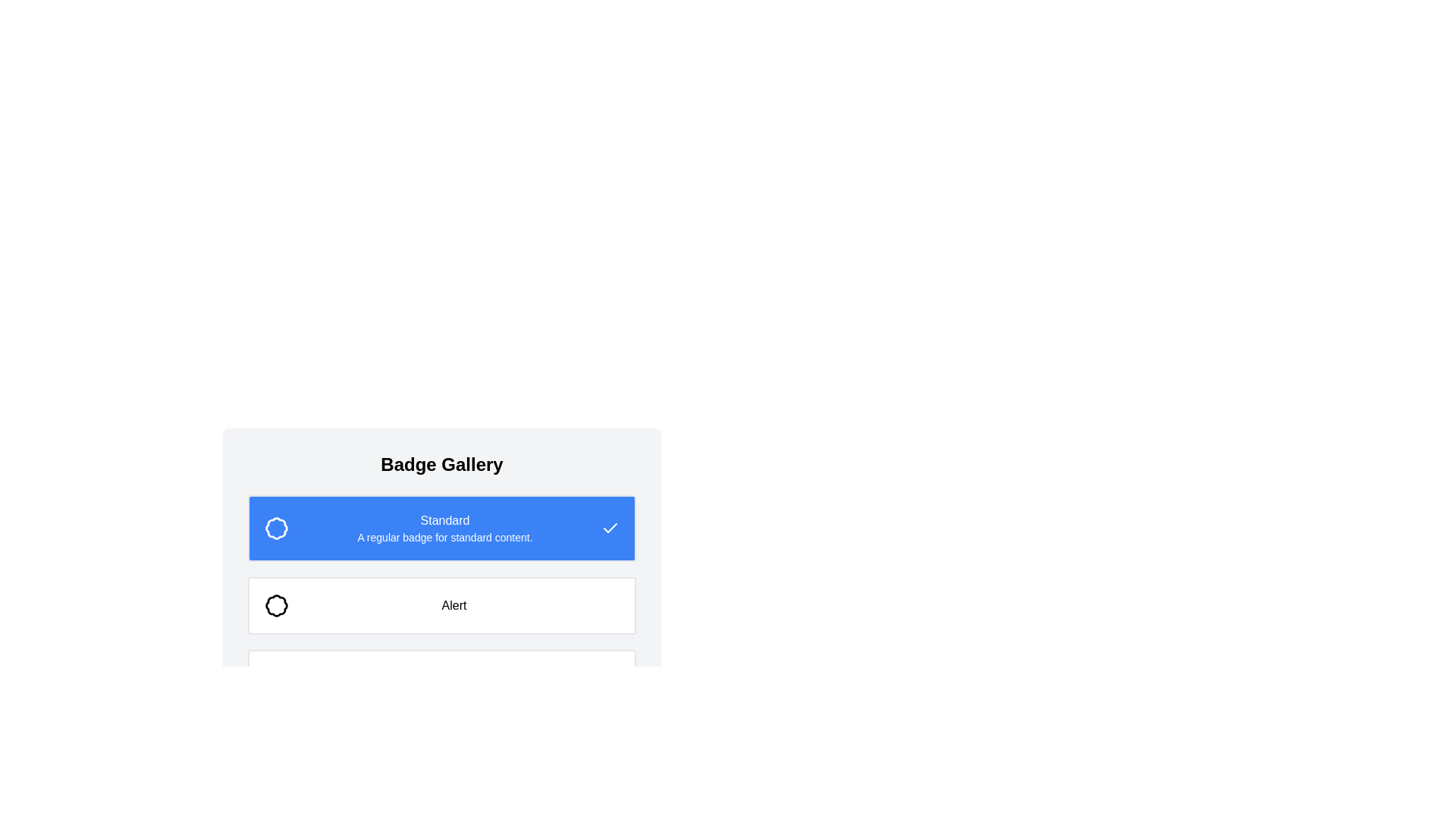 The image size is (1456, 819). I want to click on the text block that displays the title 'Standard' and the subtitle 'A regular badge for standard content.' on a blue background, located towards the center-right of the blue panel, so click(444, 528).